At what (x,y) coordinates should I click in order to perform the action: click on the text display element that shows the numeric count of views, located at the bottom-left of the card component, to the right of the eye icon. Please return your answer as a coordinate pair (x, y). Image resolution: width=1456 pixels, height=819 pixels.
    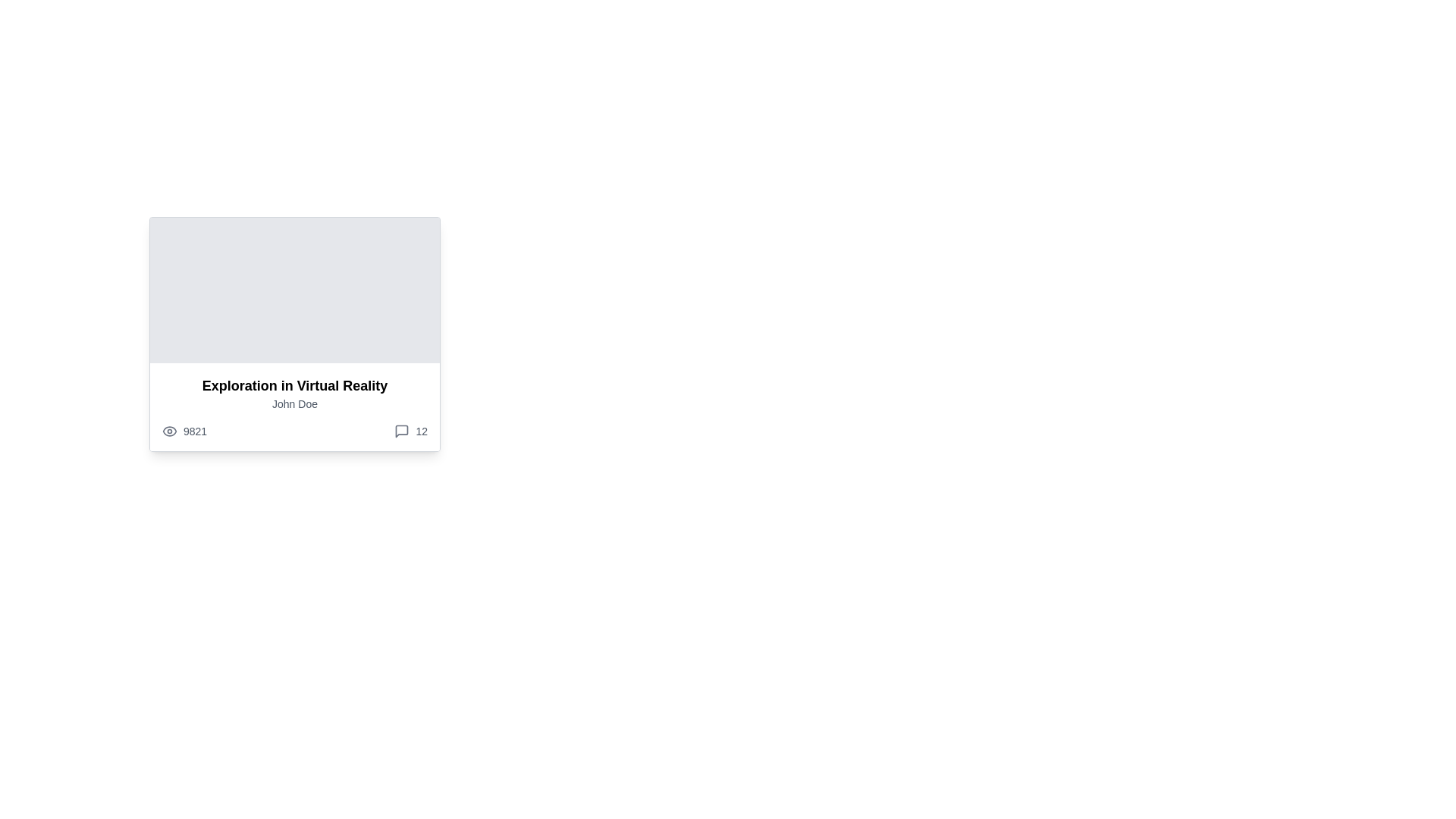
    Looking at the image, I should click on (184, 431).